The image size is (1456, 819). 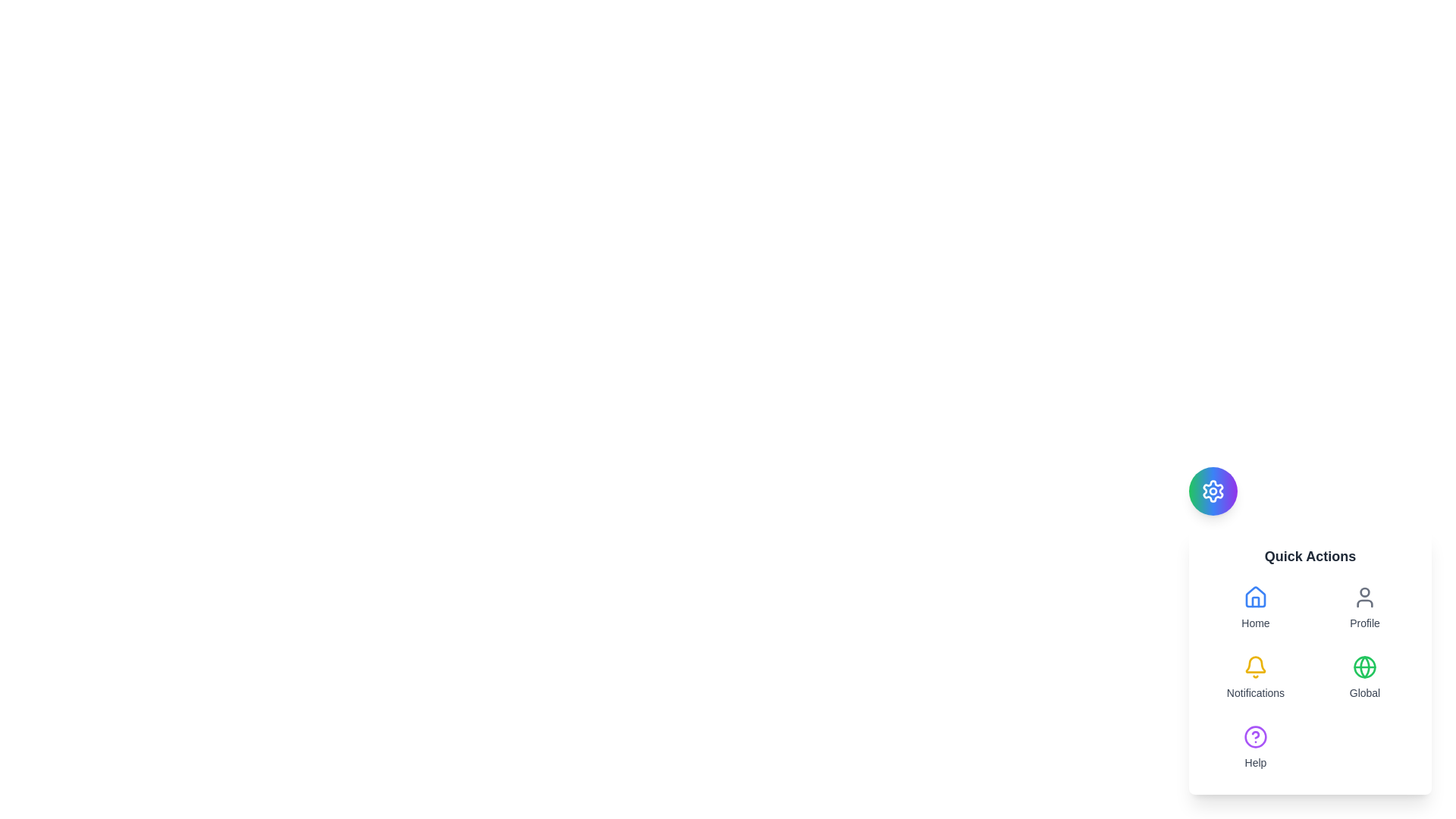 I want to click on the globe icon in outline design with green color, located within the 'Global' section of the 'Quick Actions' menu, so click(x=1365, y=666).